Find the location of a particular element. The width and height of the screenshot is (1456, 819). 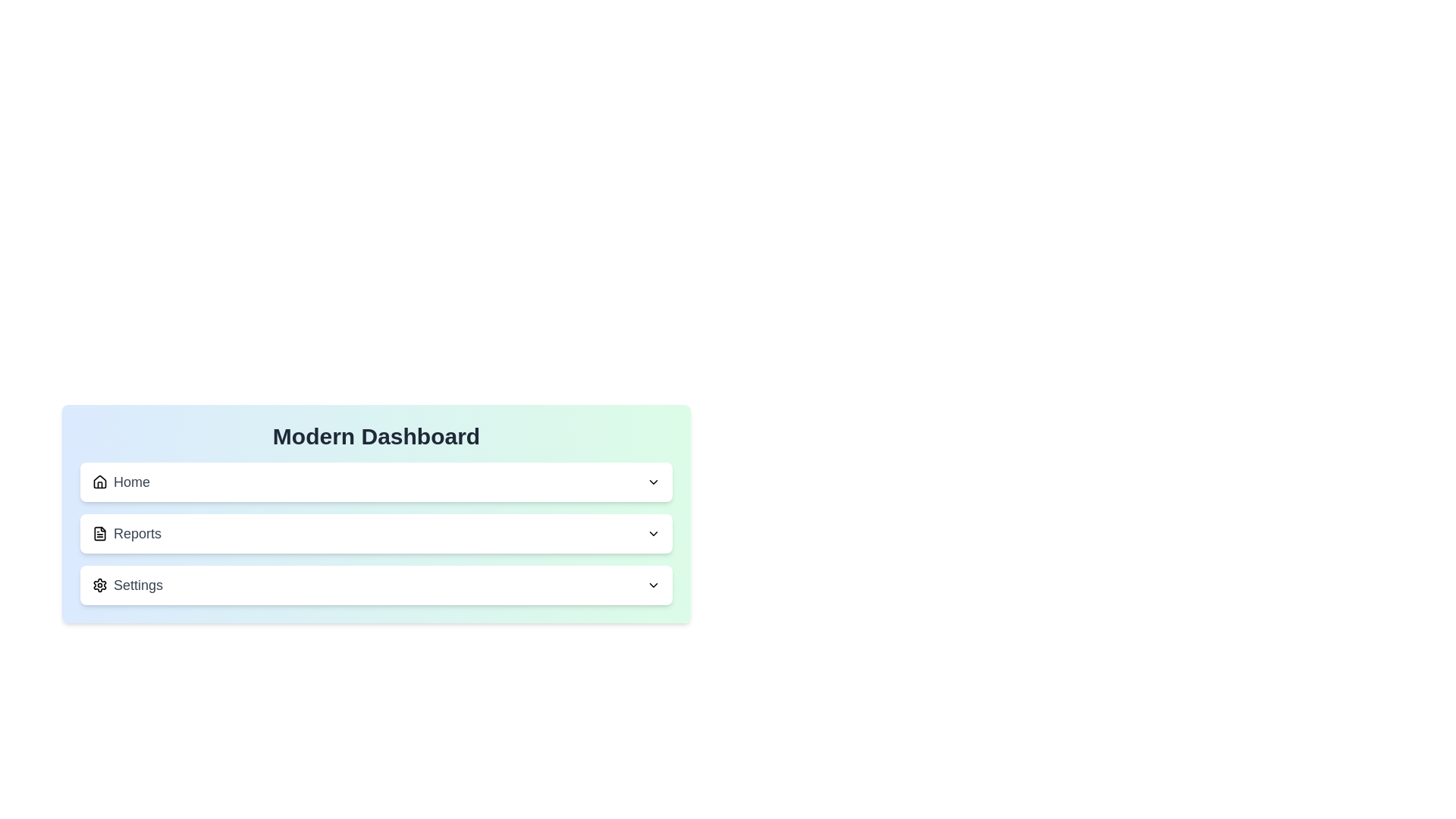

the 'Home' icon located at the top-left of the navigation bar is located at coordinates (99, 482).